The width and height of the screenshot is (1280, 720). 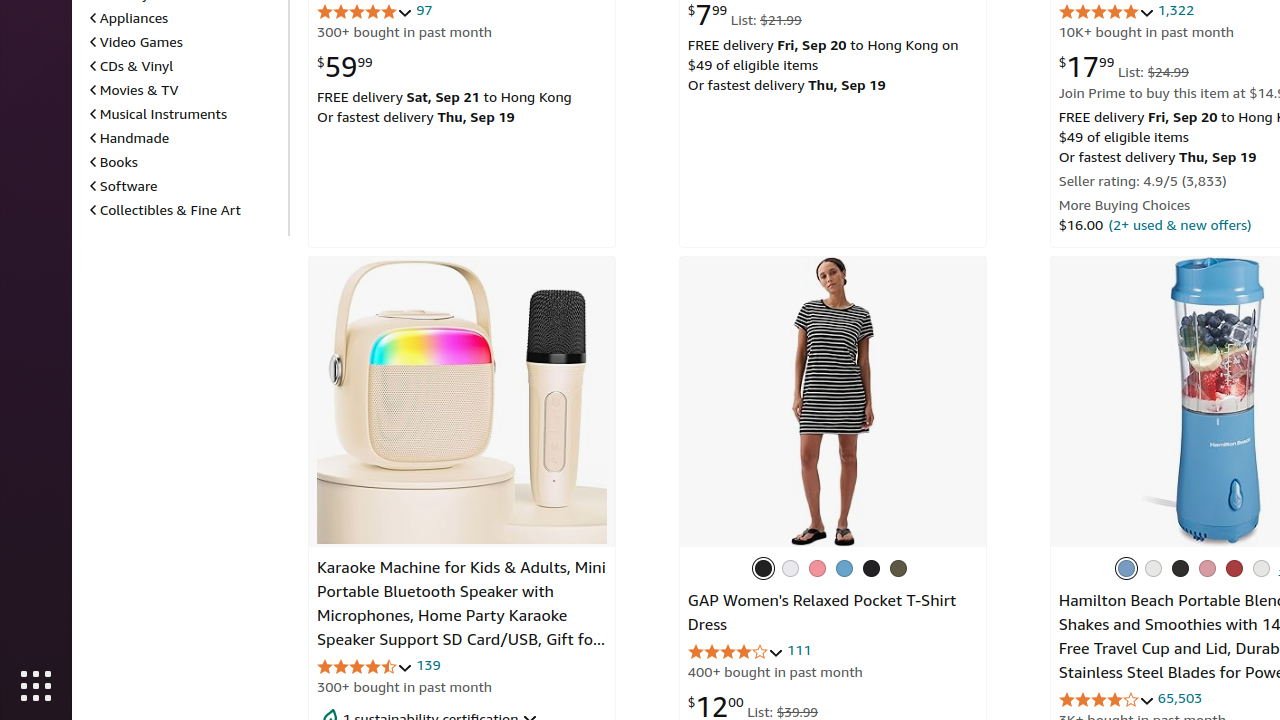 What do you see at coordinates (344, 65) in the screenshot?
I see `'$59.99'` at bounding box center [344, 65].